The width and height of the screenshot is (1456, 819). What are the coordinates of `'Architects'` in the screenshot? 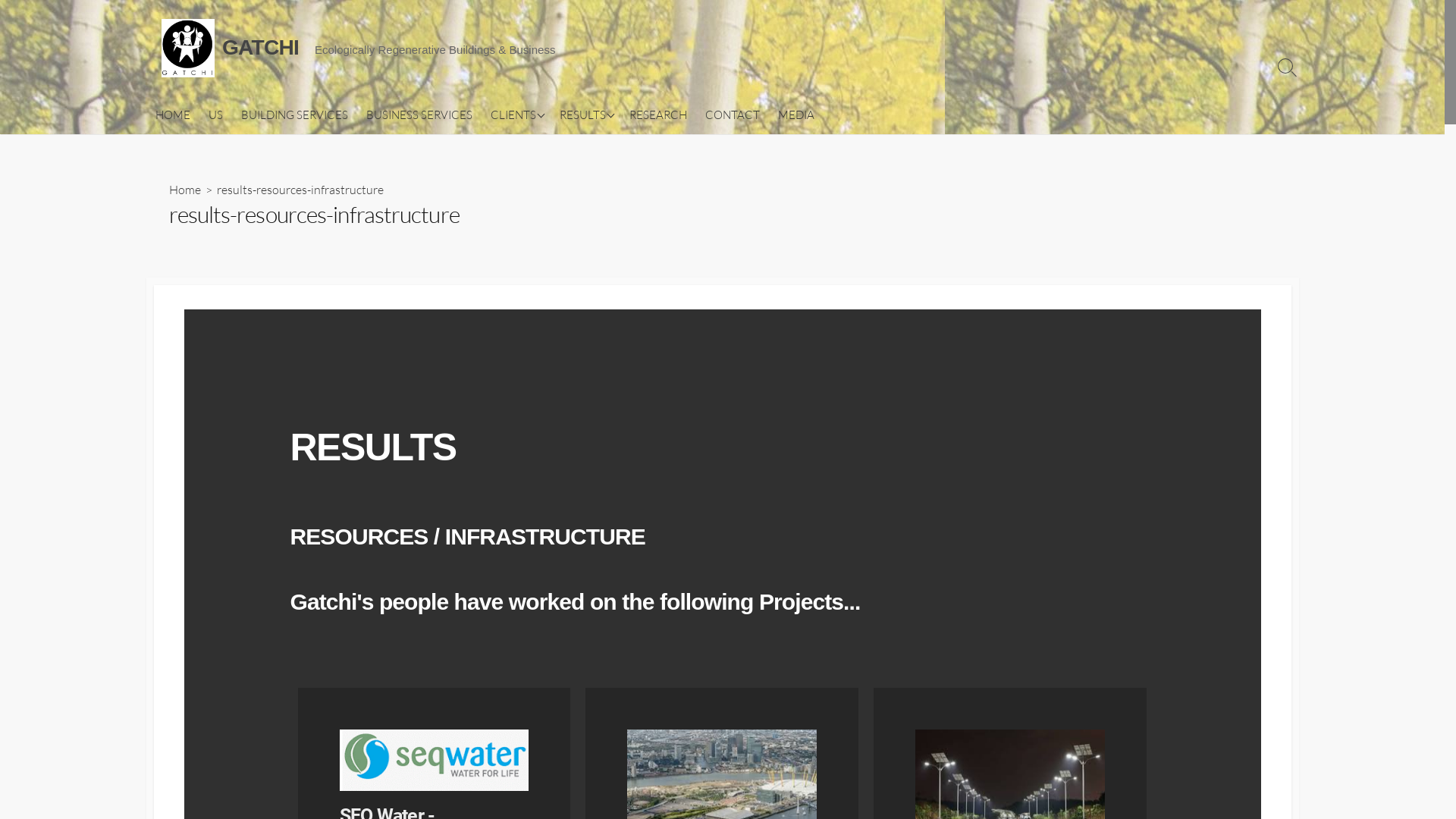 It's located at (556, 167).